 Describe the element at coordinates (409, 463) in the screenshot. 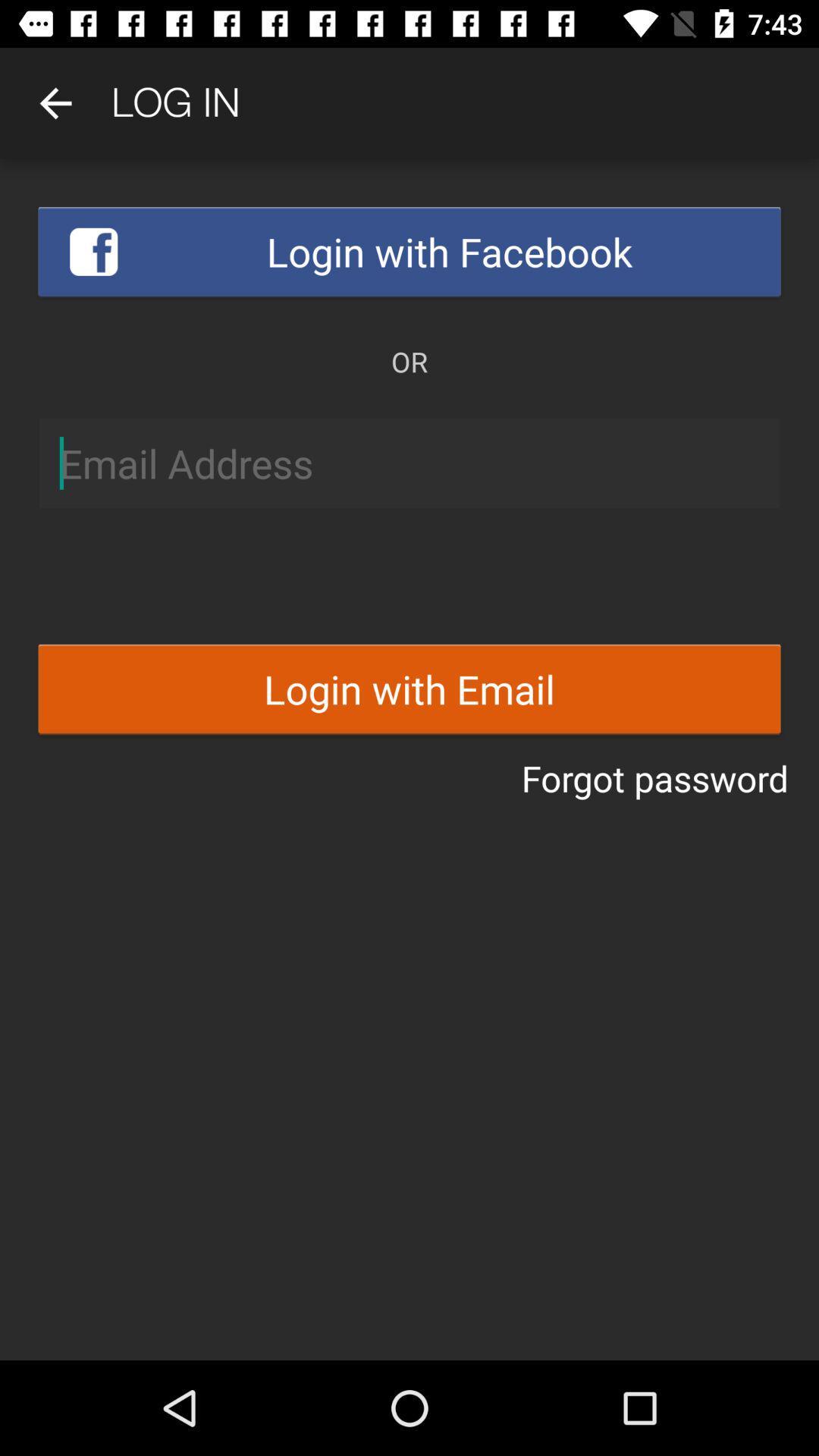

I see `bar to enter email` at that location.